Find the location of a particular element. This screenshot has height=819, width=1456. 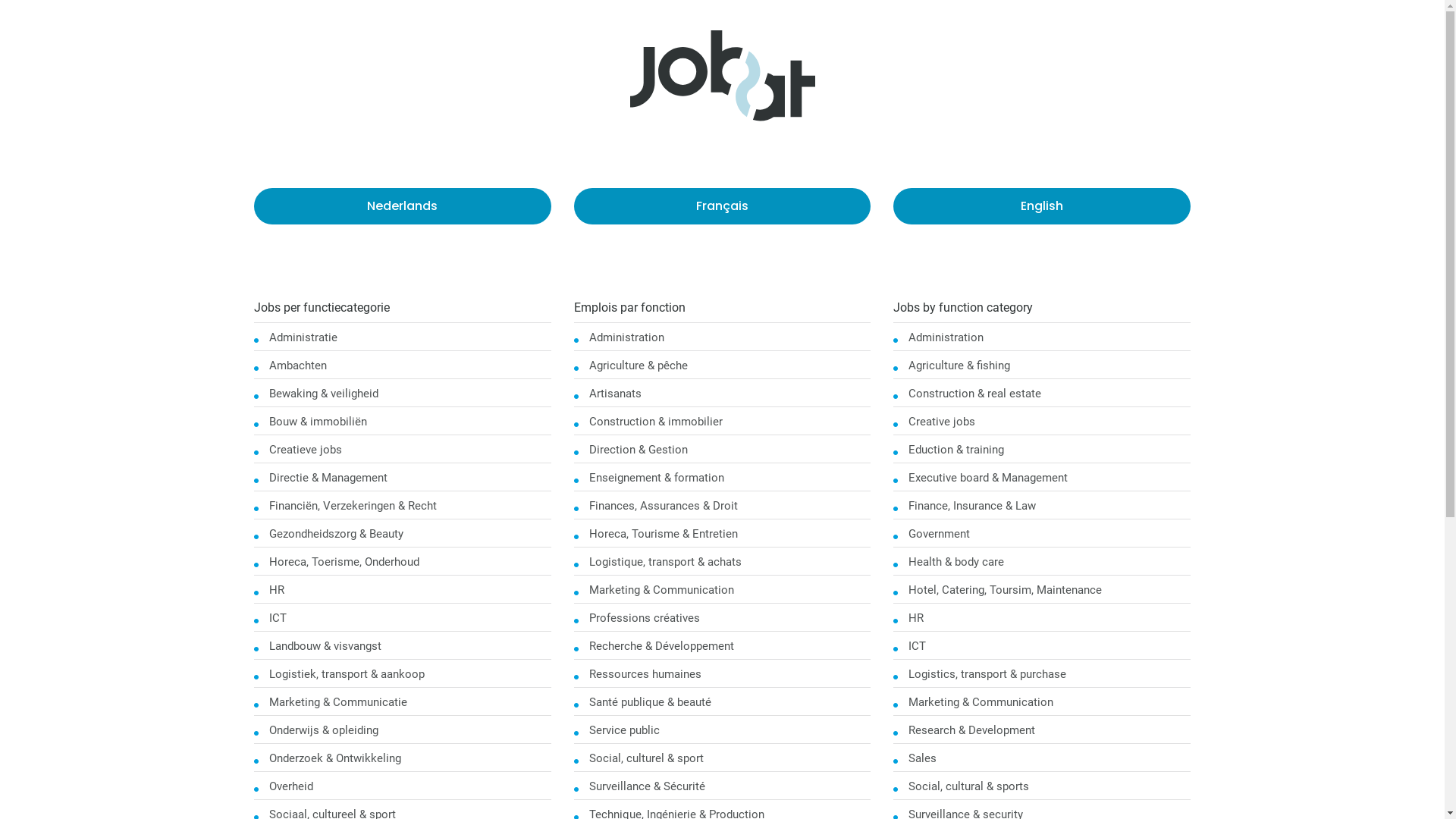

'Overheid' is located at coordinates (291, 786).